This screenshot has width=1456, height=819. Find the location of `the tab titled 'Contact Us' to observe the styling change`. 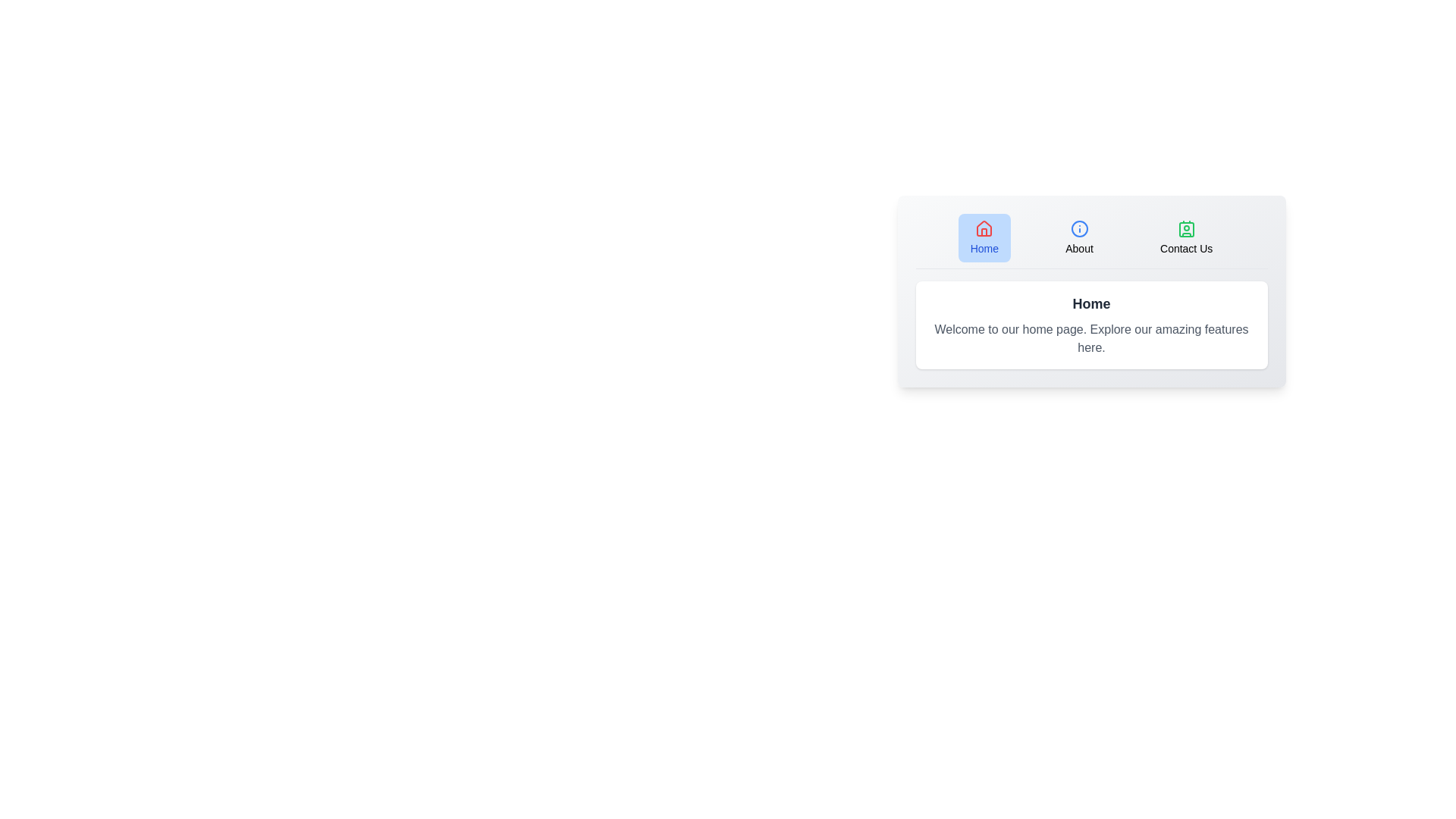

the tab titled 'Contact Us' to observe the styling change is located at coordinates (1185, 237).